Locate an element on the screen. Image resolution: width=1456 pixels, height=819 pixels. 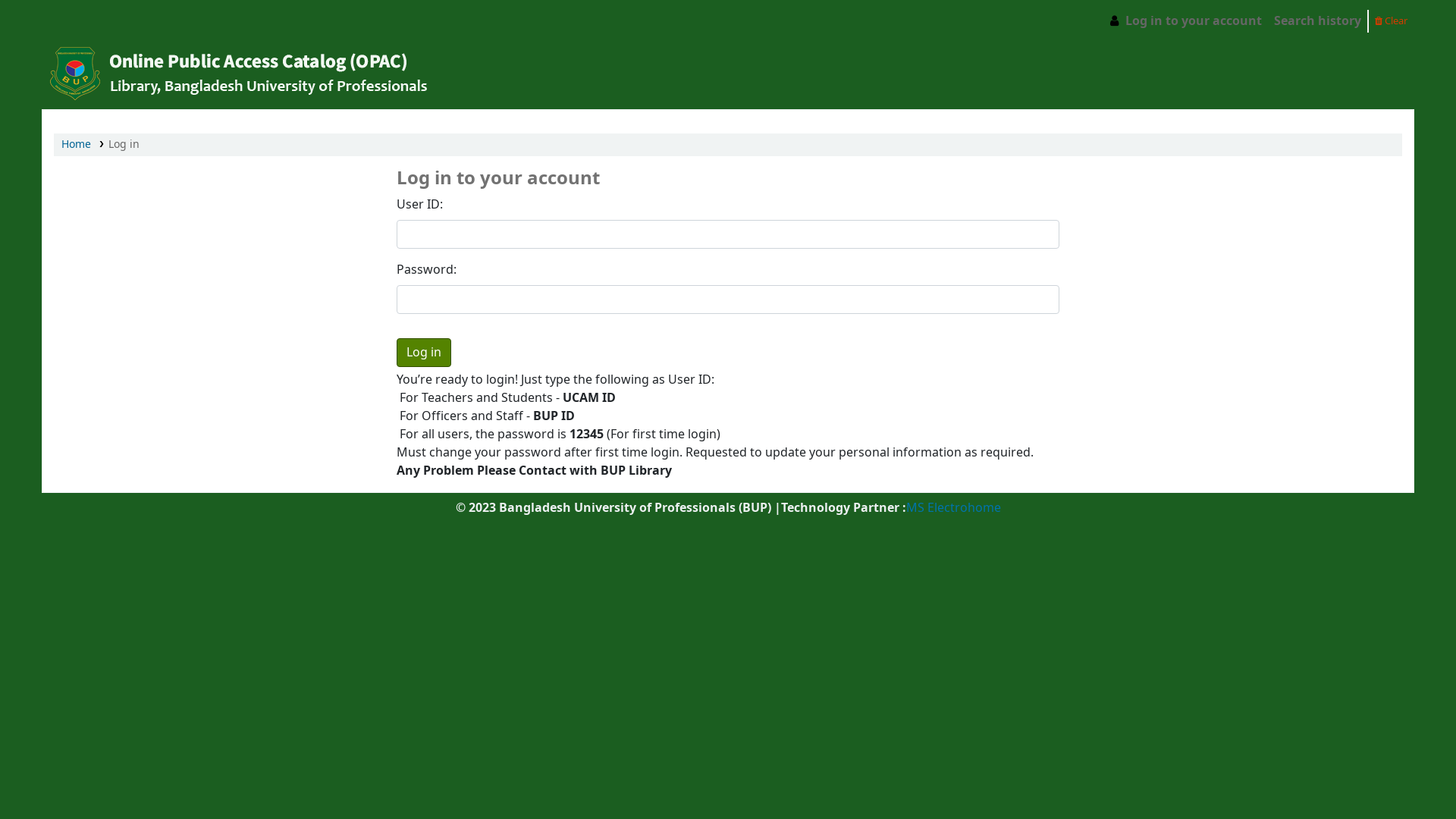
'Search history' is located at coordinates (1267, 20).